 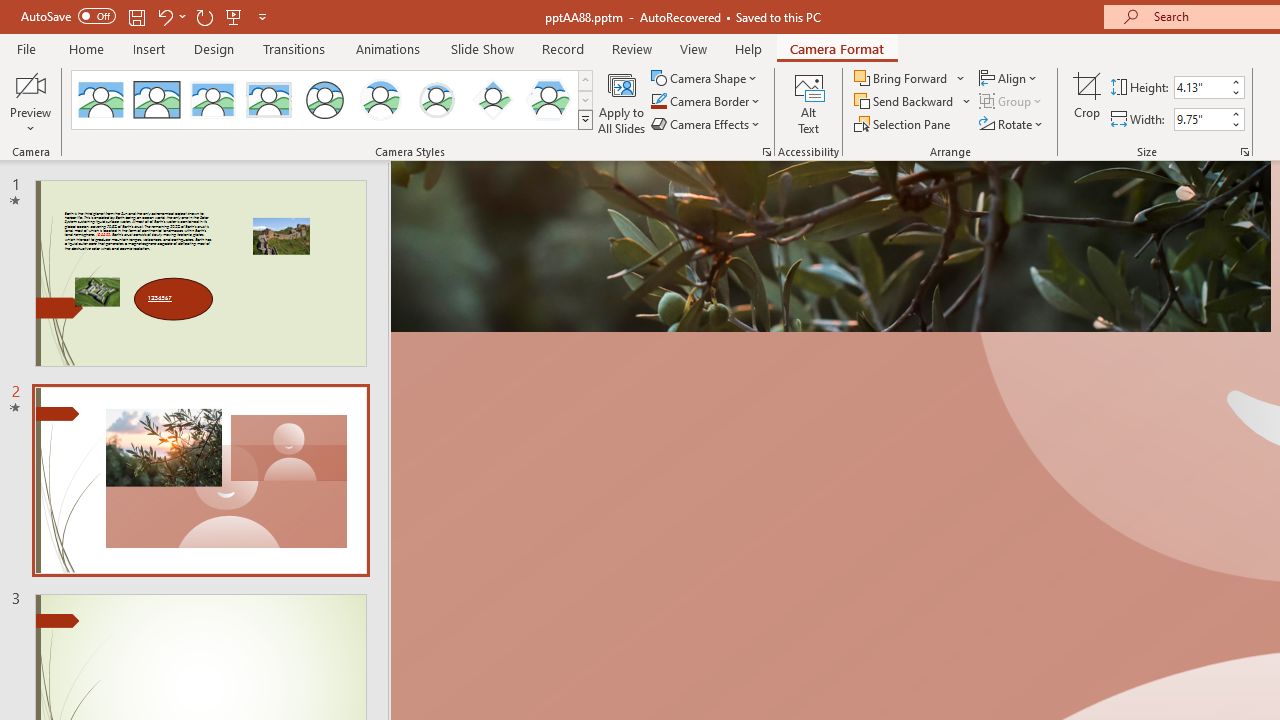 What do you see at coordinates (267, 100) in the screenshot?
I see `'Soft Edge Rectangle'` at bounding box center [267, 100].